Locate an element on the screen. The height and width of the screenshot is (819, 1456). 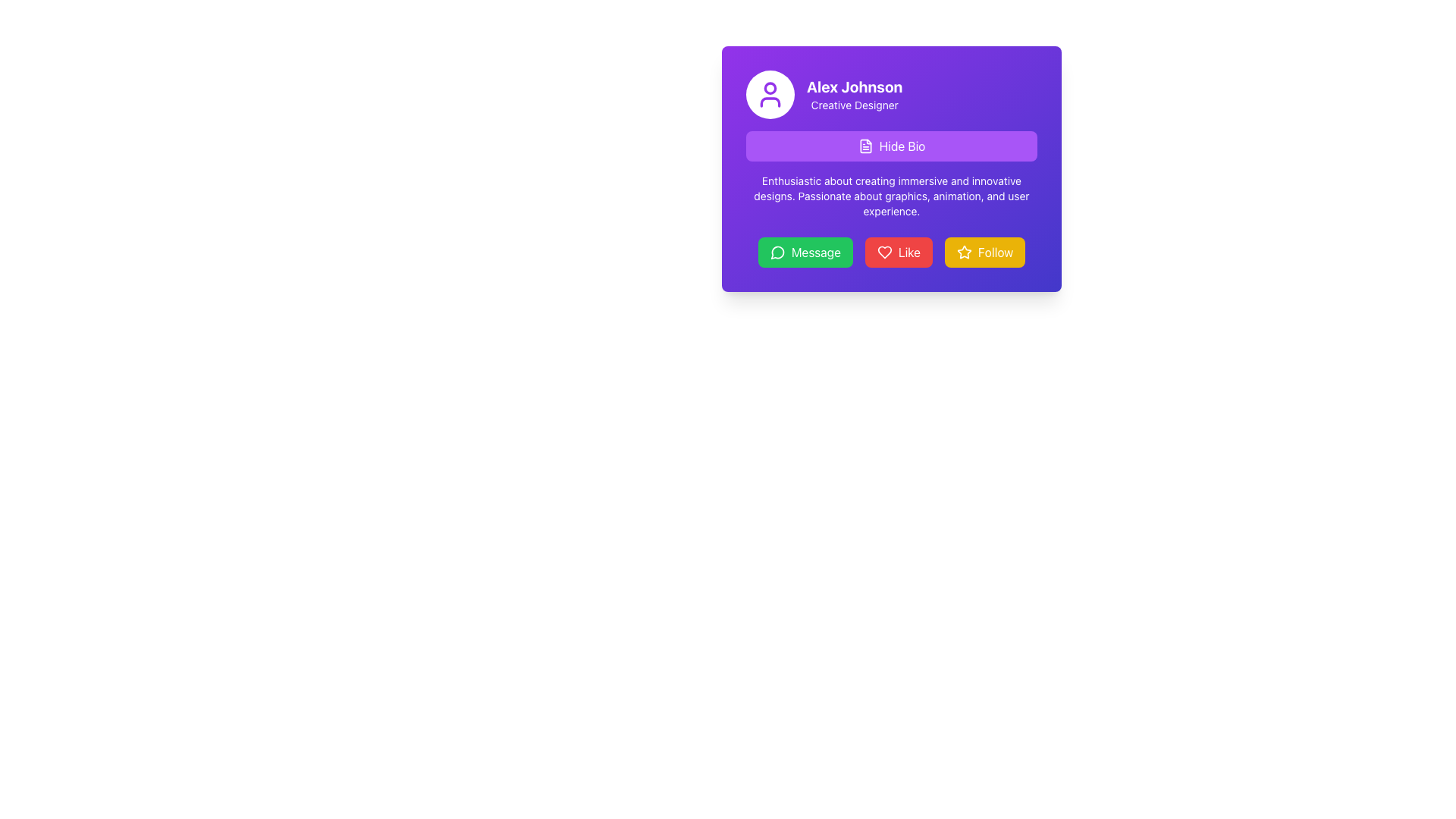
the decorative star icon within the 'Follow' button, which is located in the third slot of three action buttons at the bottom of the profile card is located at coordinates (963, 251).